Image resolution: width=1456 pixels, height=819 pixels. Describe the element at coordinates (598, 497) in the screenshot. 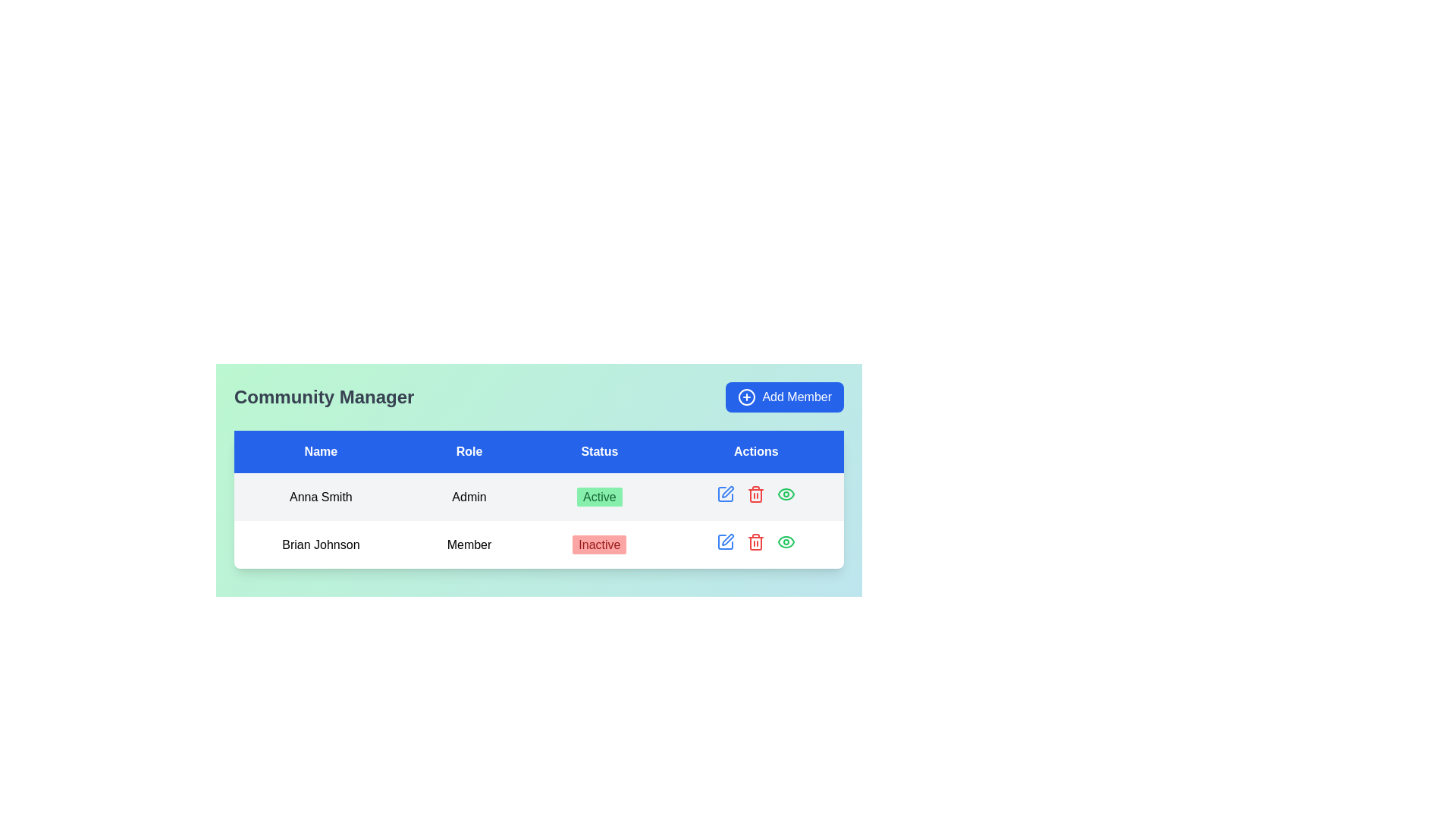

I see `the 'Active' status label for user 'Anna Smith' in the 'Community Manager' table, which is located in the third column of the first row` at that location.